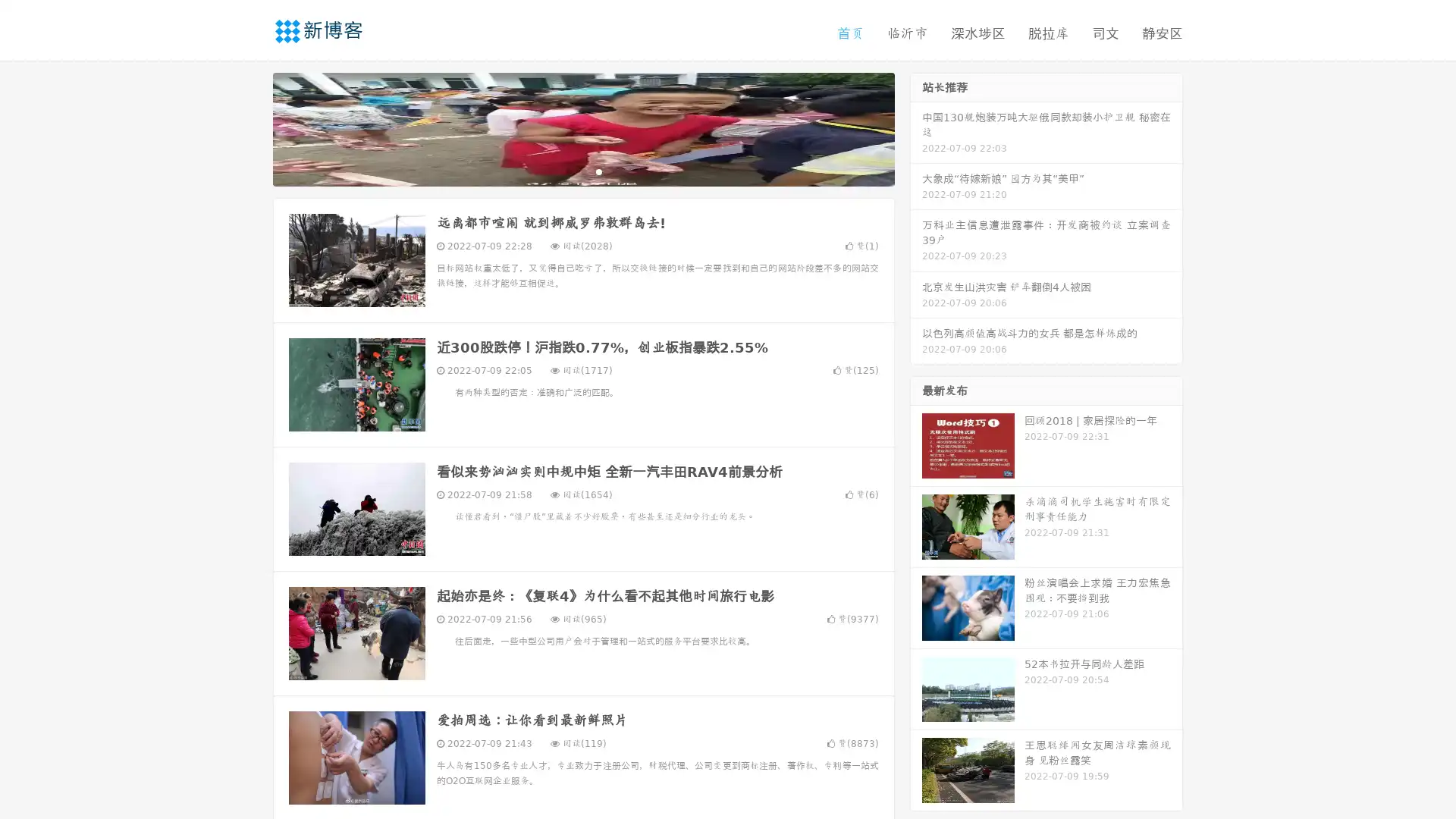 This screenshot has height=819, width=1456. I want to click on Go to slide 1, so click(567, 171).